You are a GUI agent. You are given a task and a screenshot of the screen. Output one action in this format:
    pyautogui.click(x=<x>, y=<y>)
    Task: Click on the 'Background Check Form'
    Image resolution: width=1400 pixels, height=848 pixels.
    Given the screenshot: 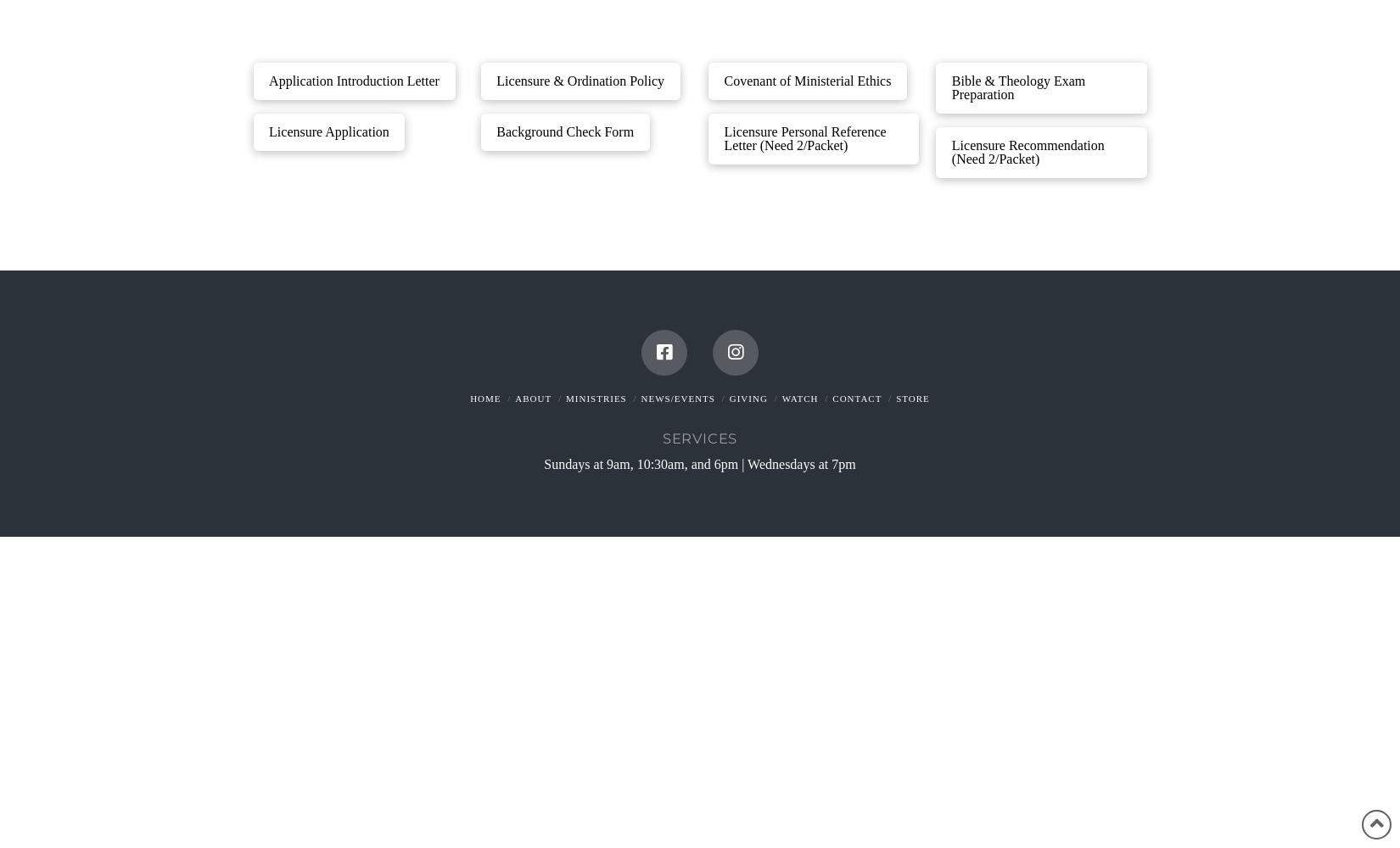 What is the action you would take?
    pyautogui.click(x=563, y=131)
    